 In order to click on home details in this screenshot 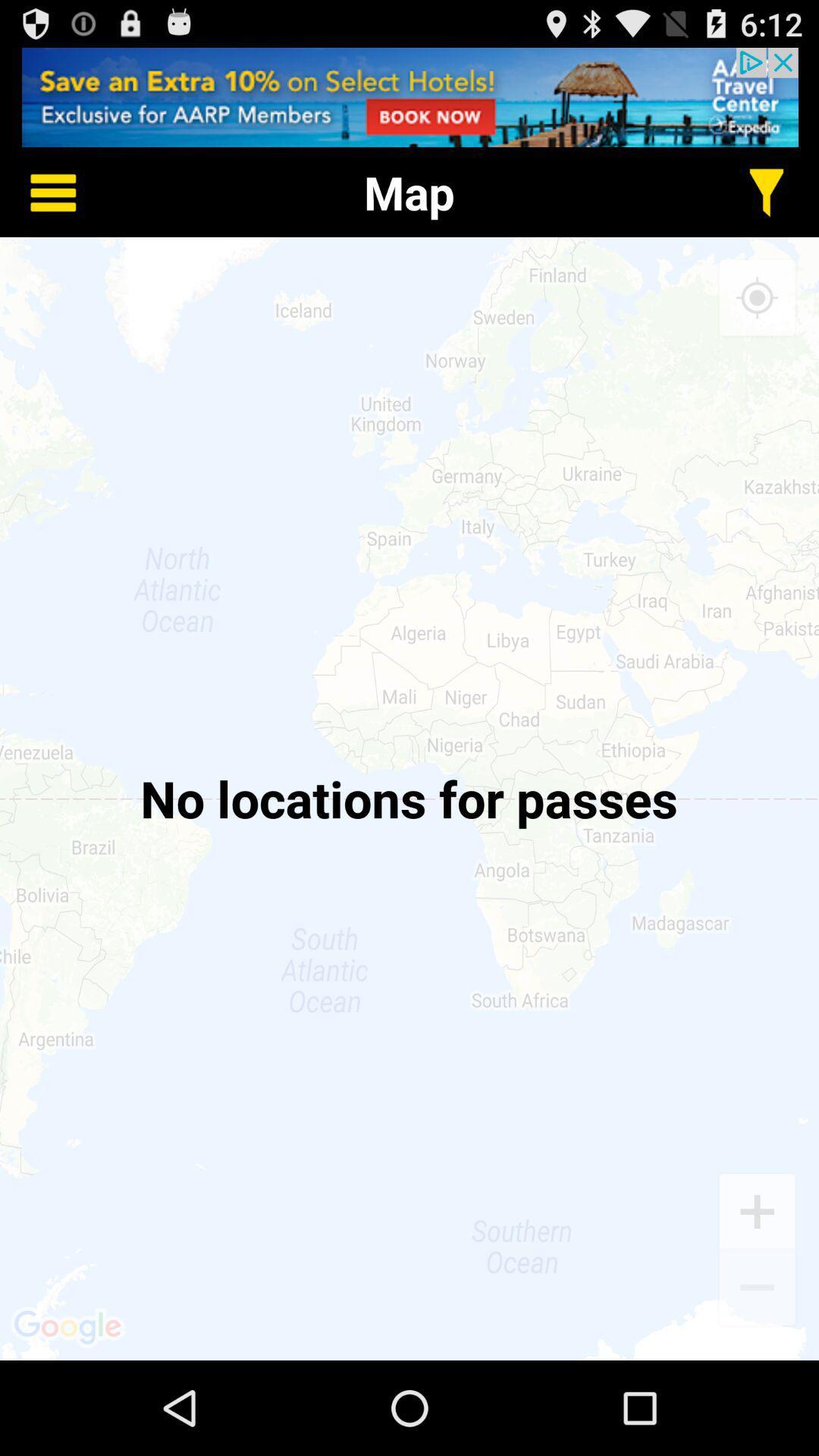, I will do `click(42, 191)`.